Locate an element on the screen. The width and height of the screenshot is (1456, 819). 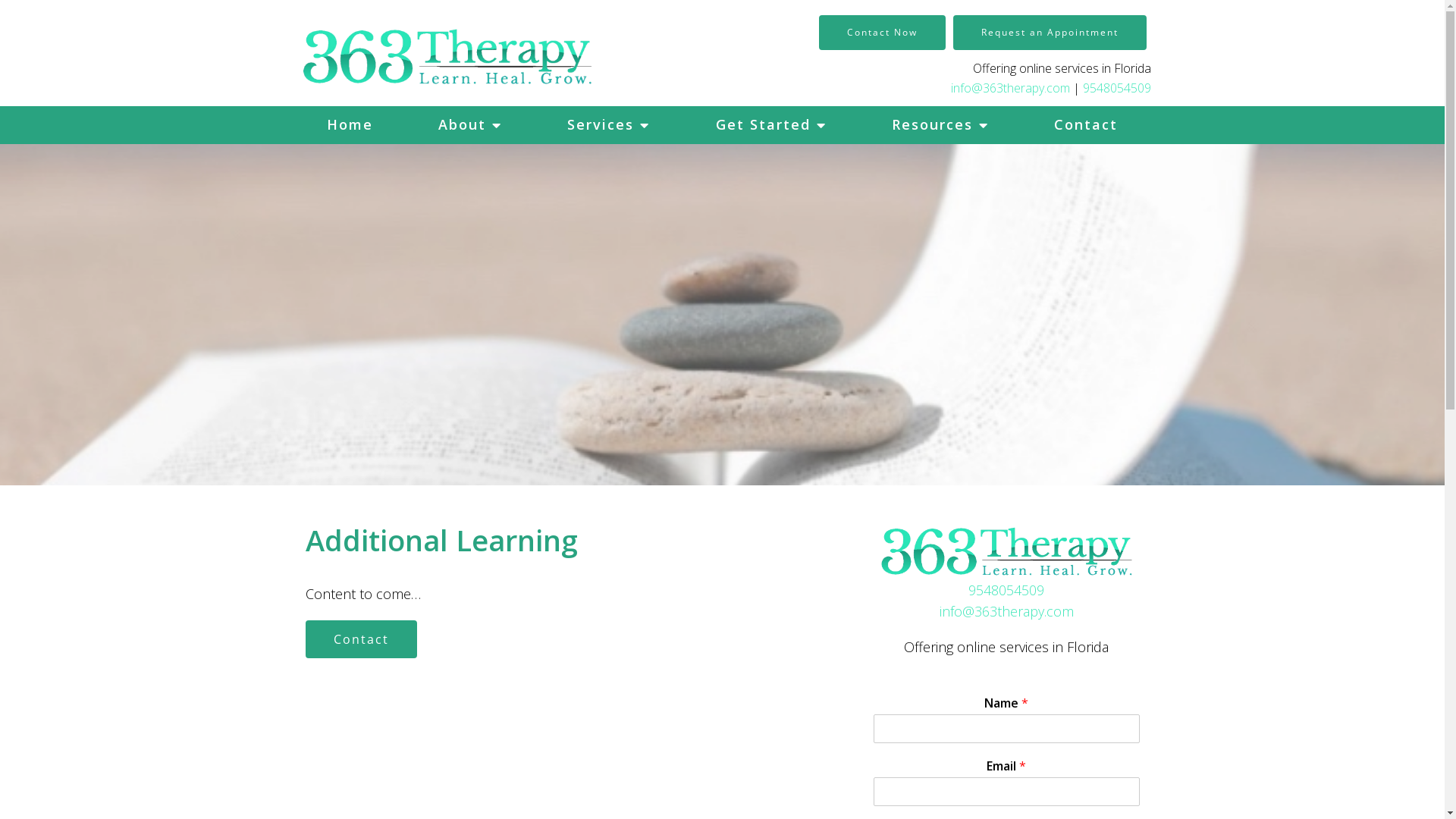
'Request an Appointment' is located at coordinates (952, 32).